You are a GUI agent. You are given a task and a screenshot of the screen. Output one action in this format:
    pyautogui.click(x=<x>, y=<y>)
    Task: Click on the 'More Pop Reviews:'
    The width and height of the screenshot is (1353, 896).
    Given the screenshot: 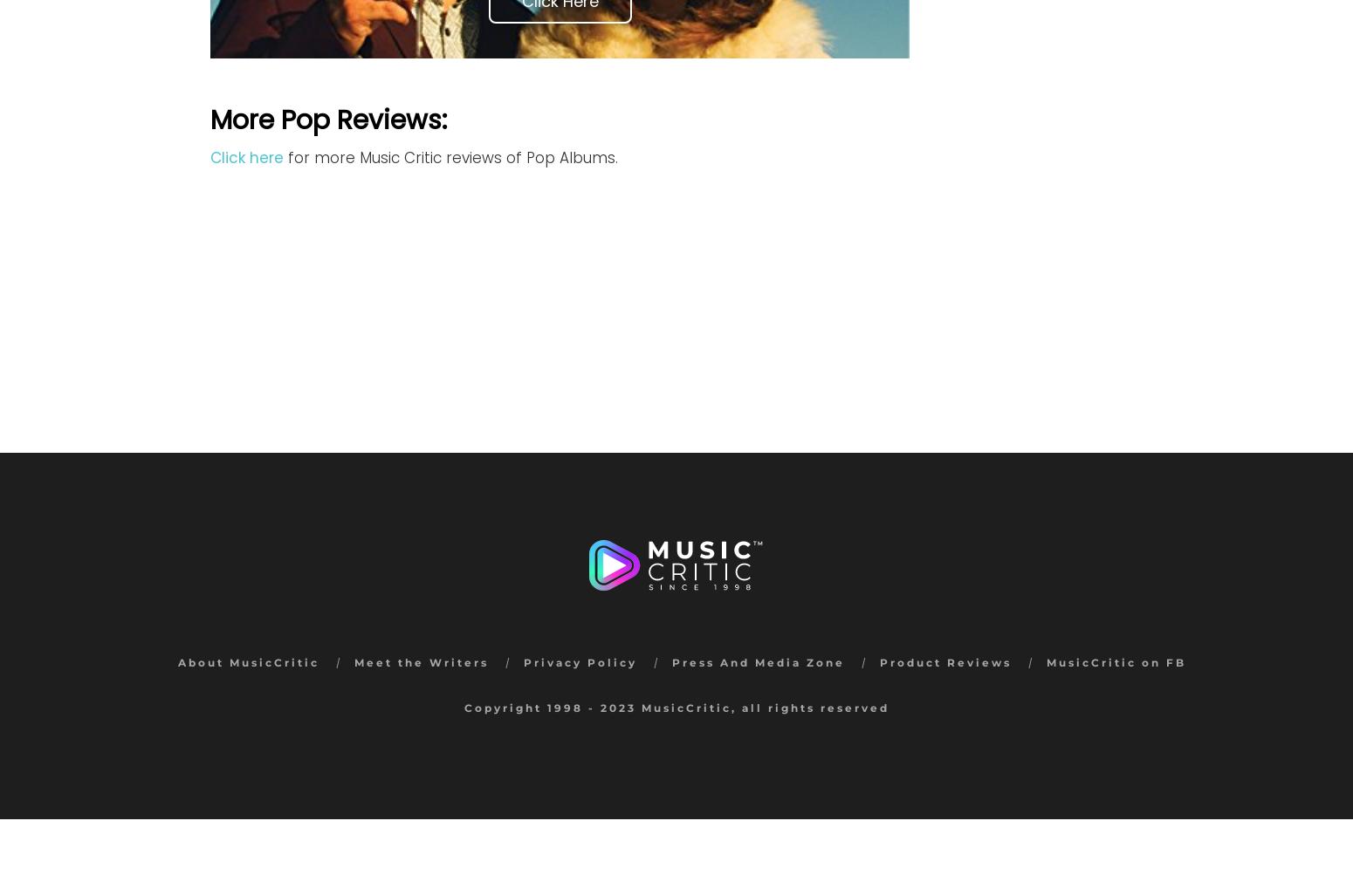 What is the action you would take?
    pyautogui.click(x=327, y=120)
    